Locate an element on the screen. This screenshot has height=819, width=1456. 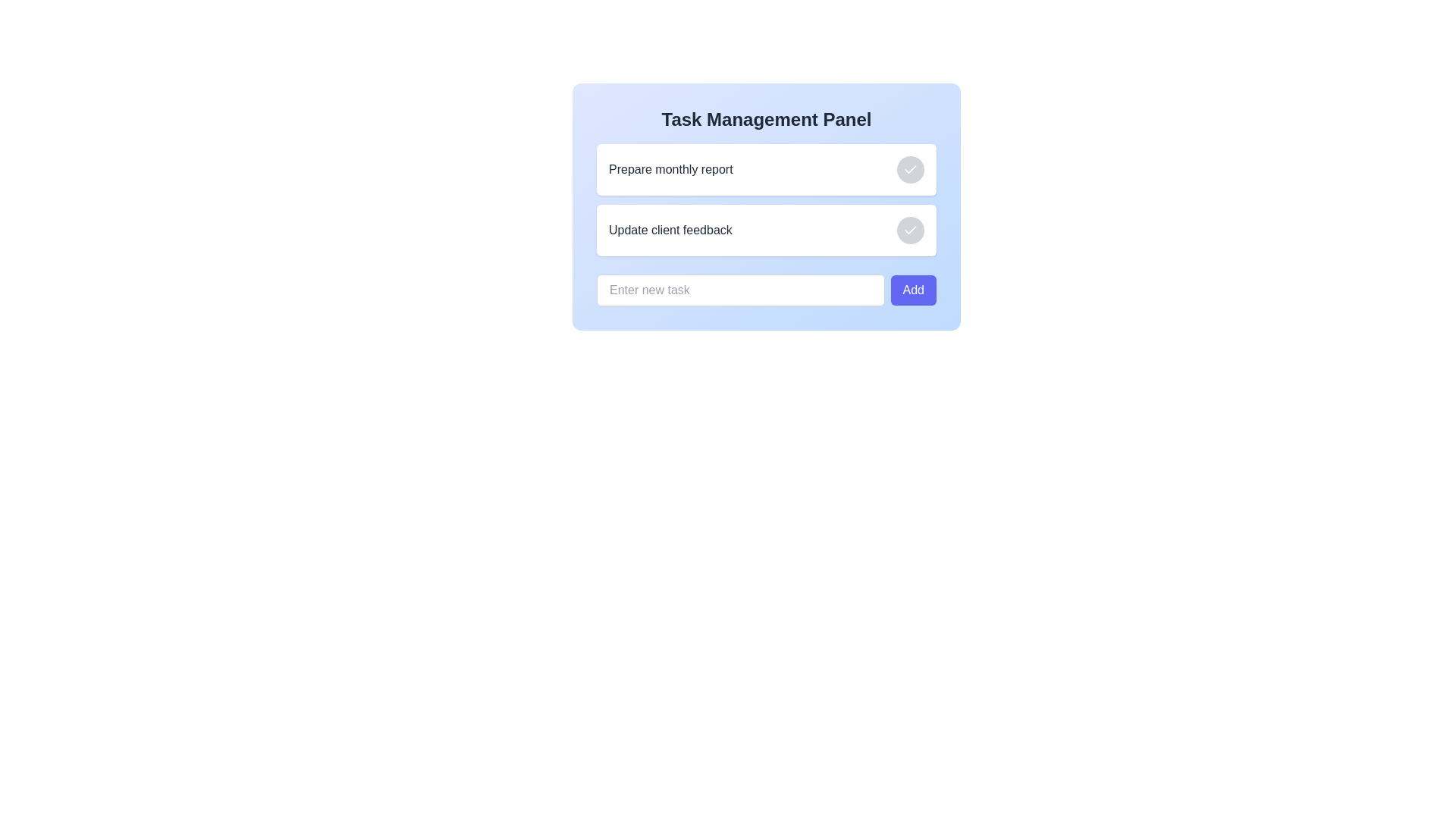
the task item labeled 'Update client feedback' is located at coordinates (767, 231).